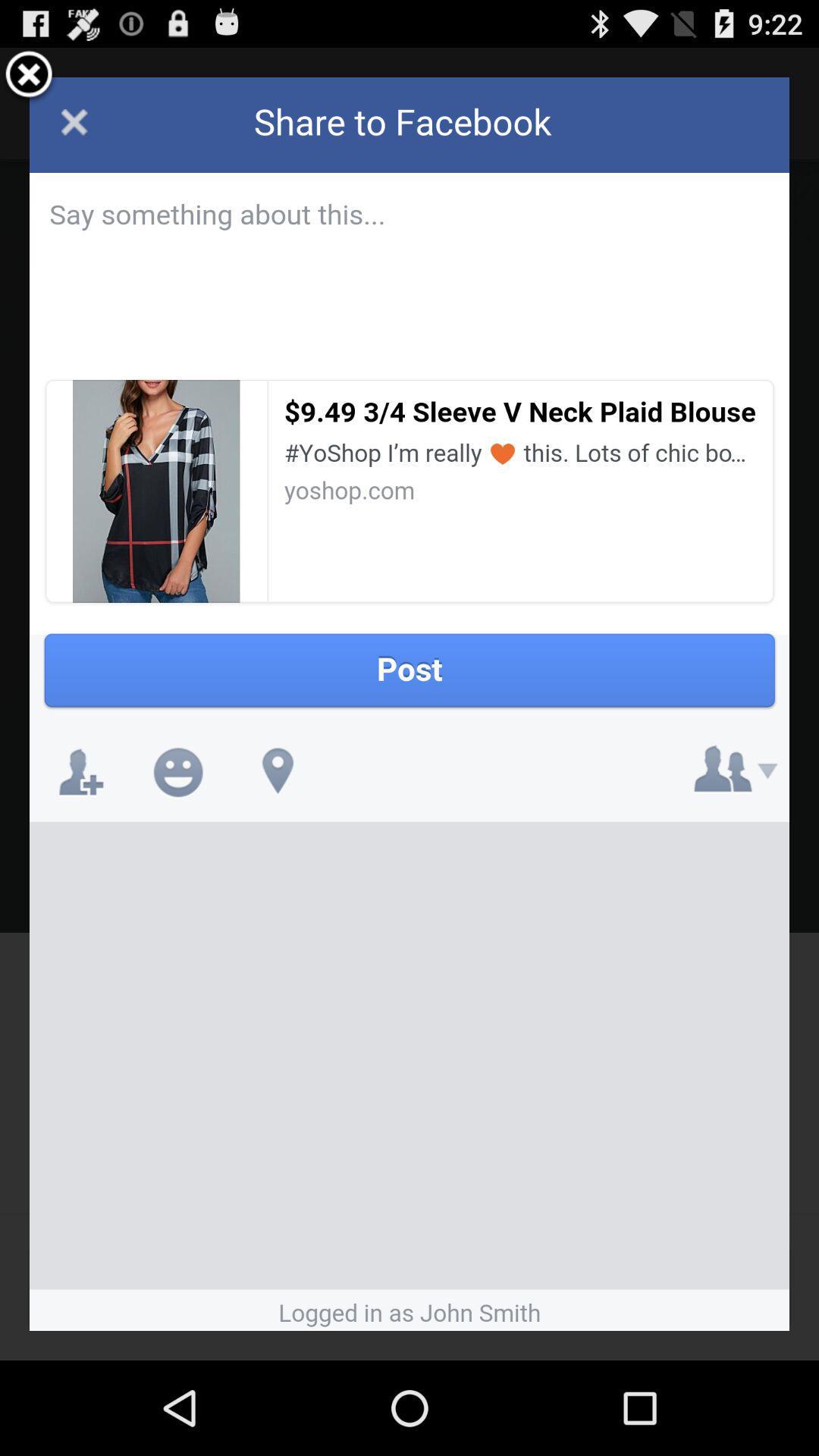 The image size is (819, 1456). I want to click on share the post, so click(409, 703).